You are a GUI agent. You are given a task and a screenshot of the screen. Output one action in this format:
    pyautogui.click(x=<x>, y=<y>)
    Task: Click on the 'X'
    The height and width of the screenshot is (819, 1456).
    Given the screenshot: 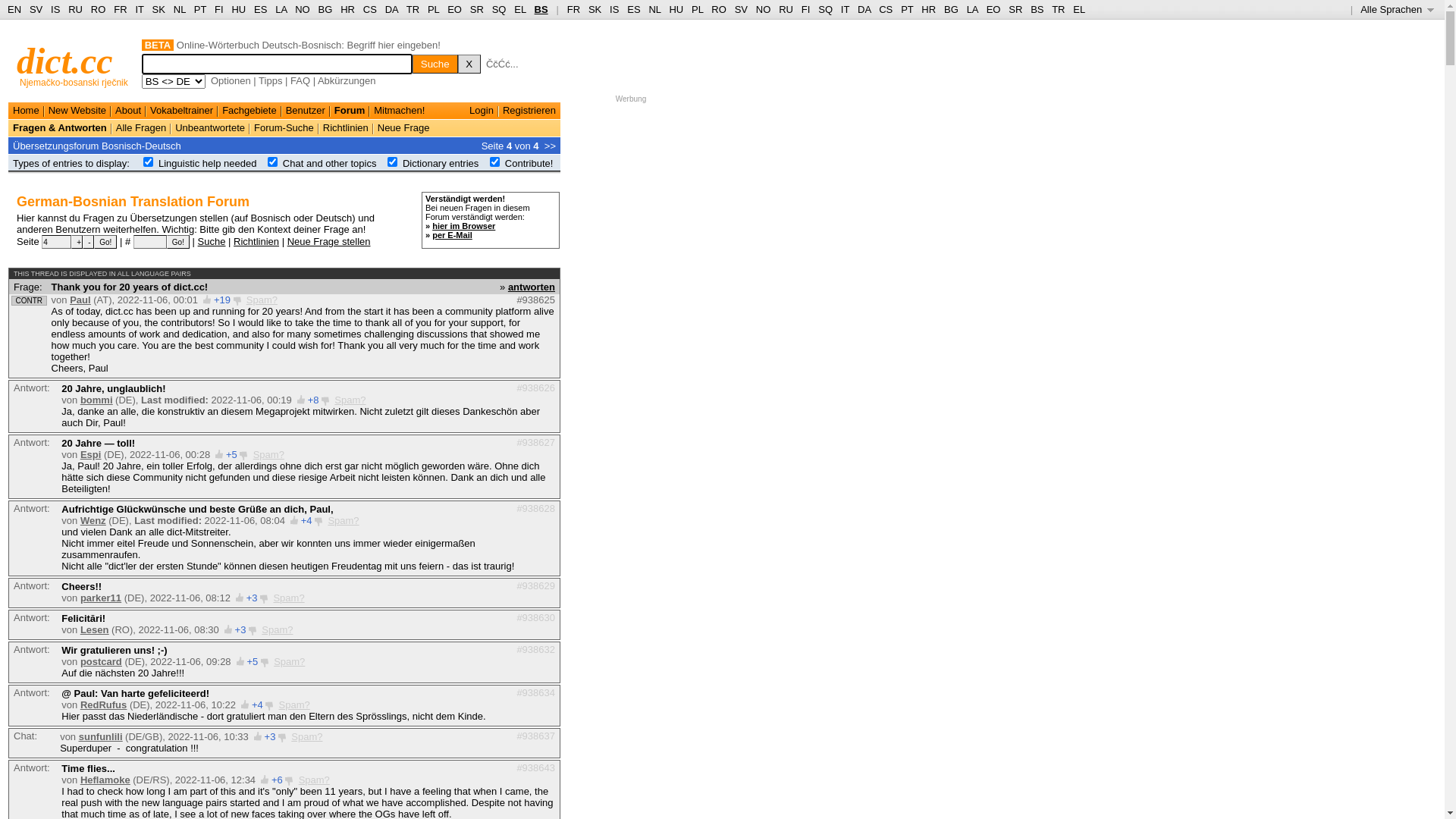 What is the action you would take?
    pyautogui.click(x=469, y=63)
    